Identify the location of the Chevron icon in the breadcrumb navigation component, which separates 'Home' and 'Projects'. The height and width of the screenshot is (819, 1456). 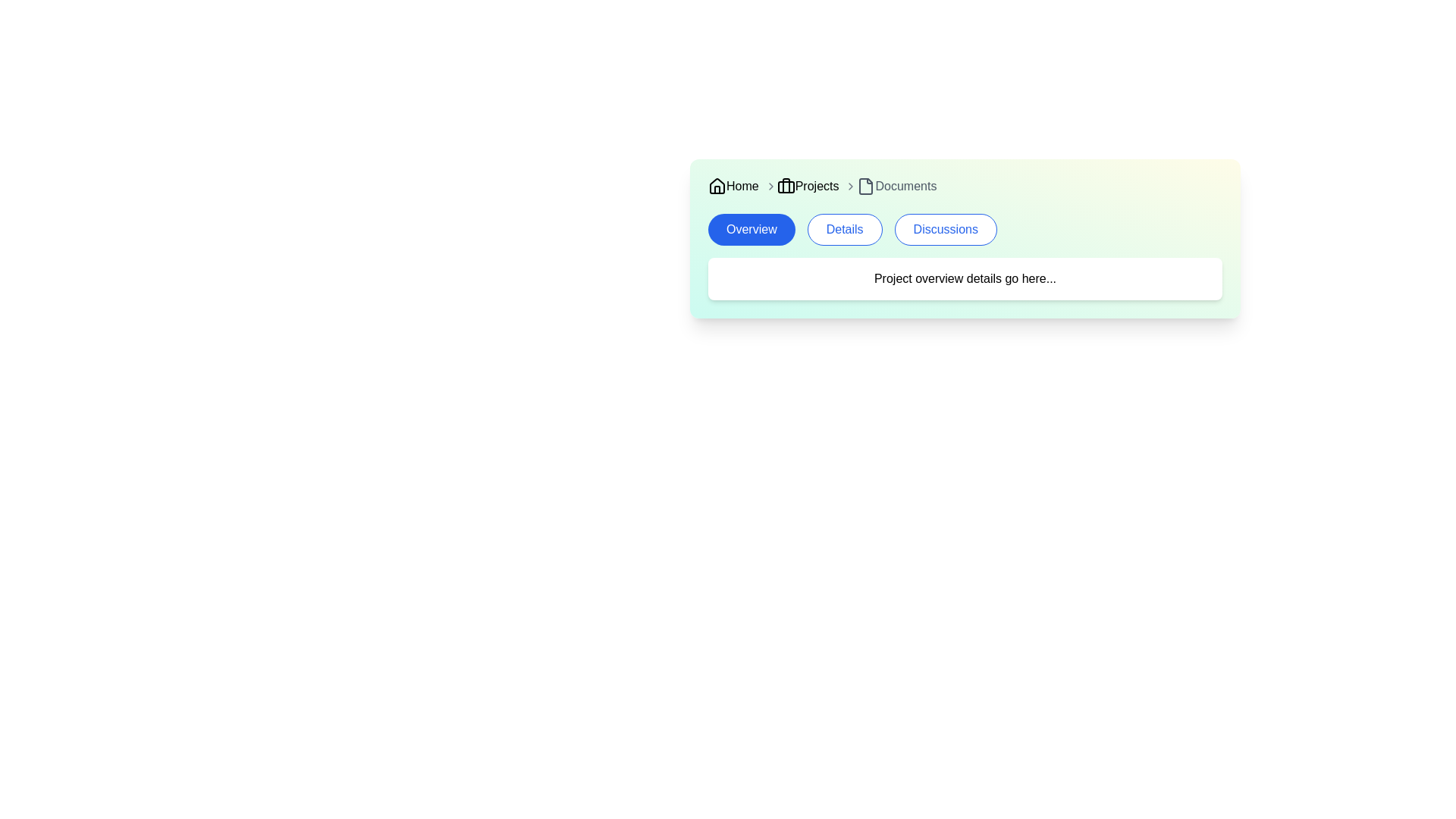
(770, 186).